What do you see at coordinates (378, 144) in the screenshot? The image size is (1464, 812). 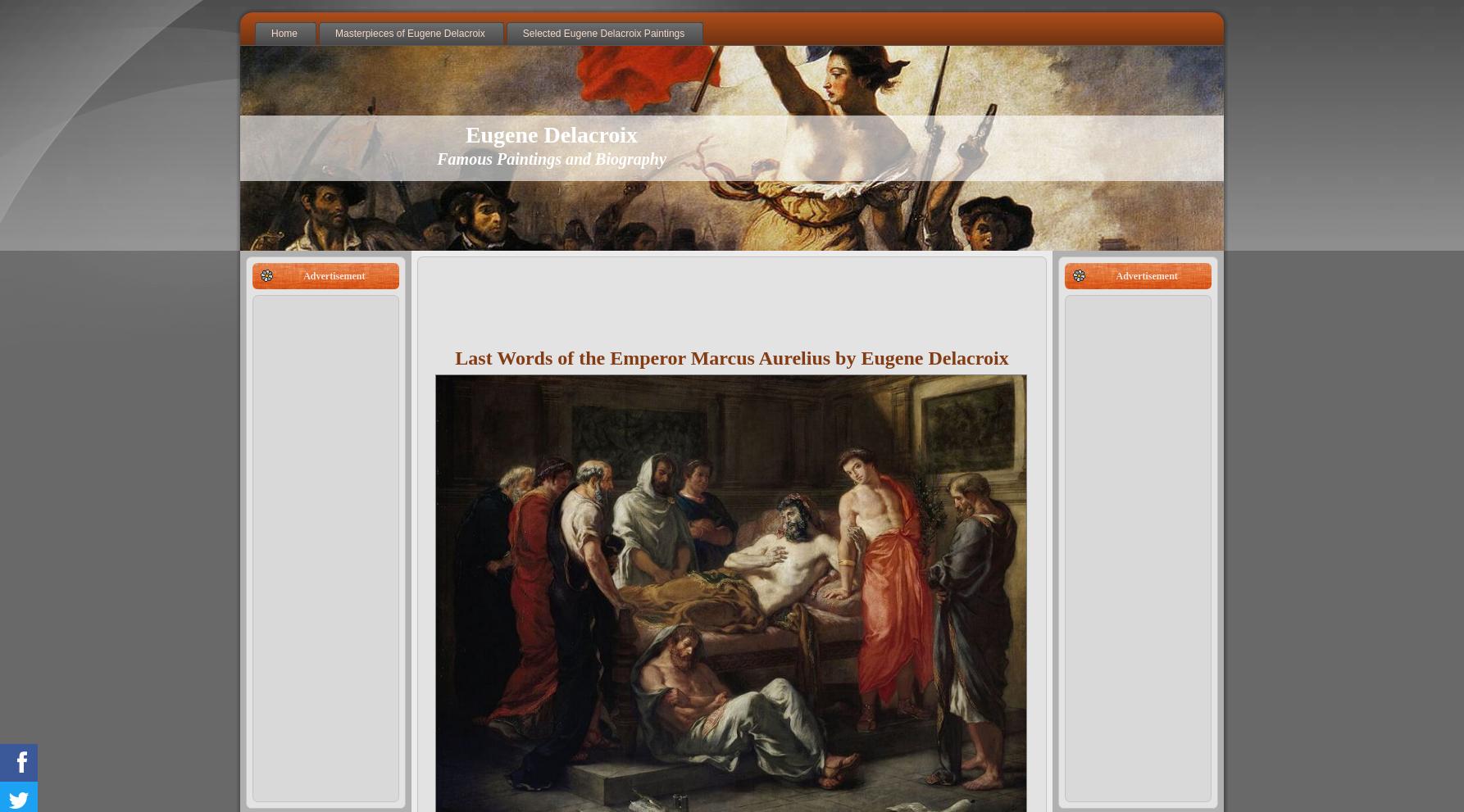 I see `'Arab Saddling his Horse'` at bounding box center [378, 144].